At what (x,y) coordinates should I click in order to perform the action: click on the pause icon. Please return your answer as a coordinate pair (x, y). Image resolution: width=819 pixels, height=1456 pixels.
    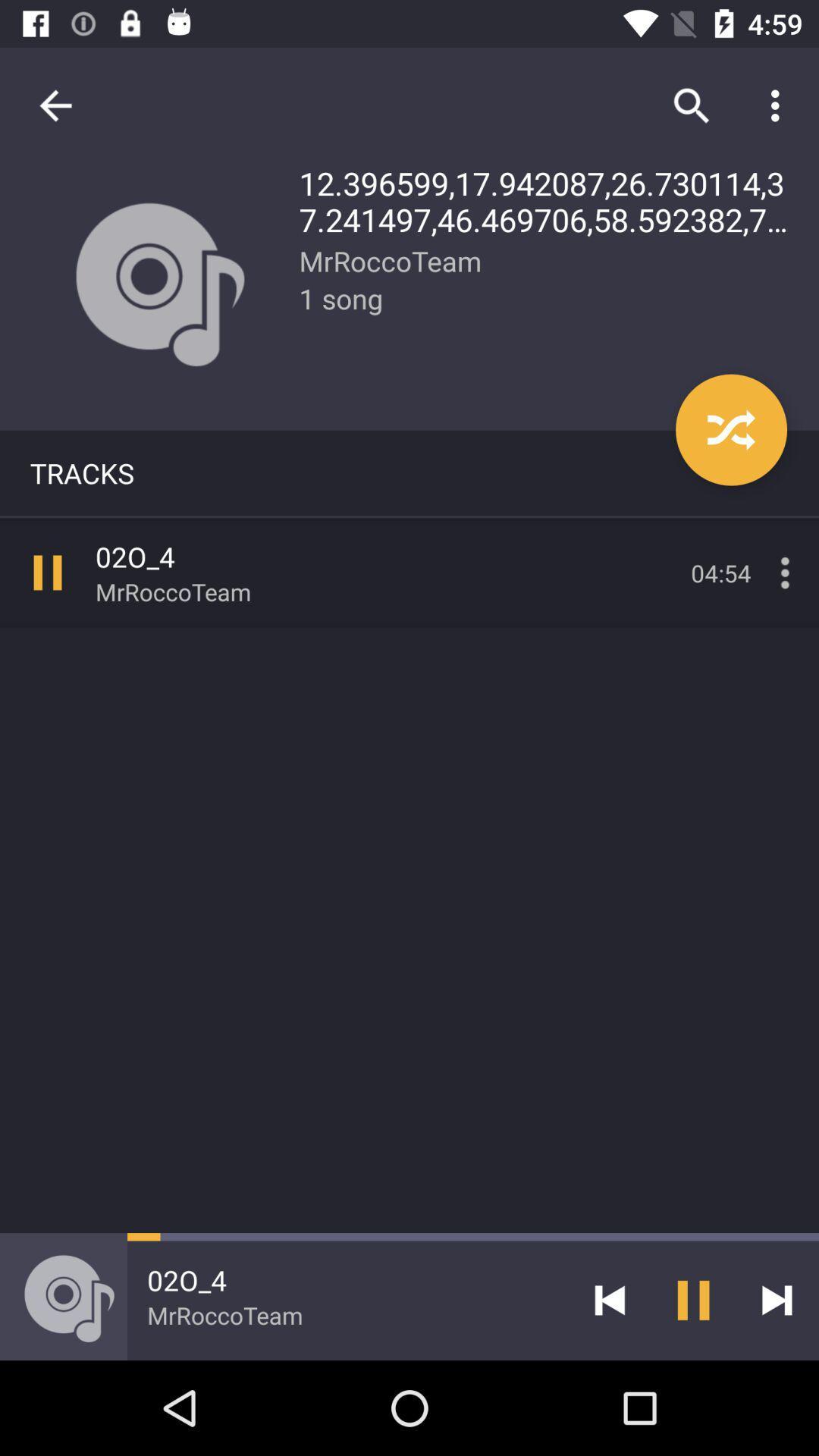
    Looking at the image, I should click on (693, 1299).